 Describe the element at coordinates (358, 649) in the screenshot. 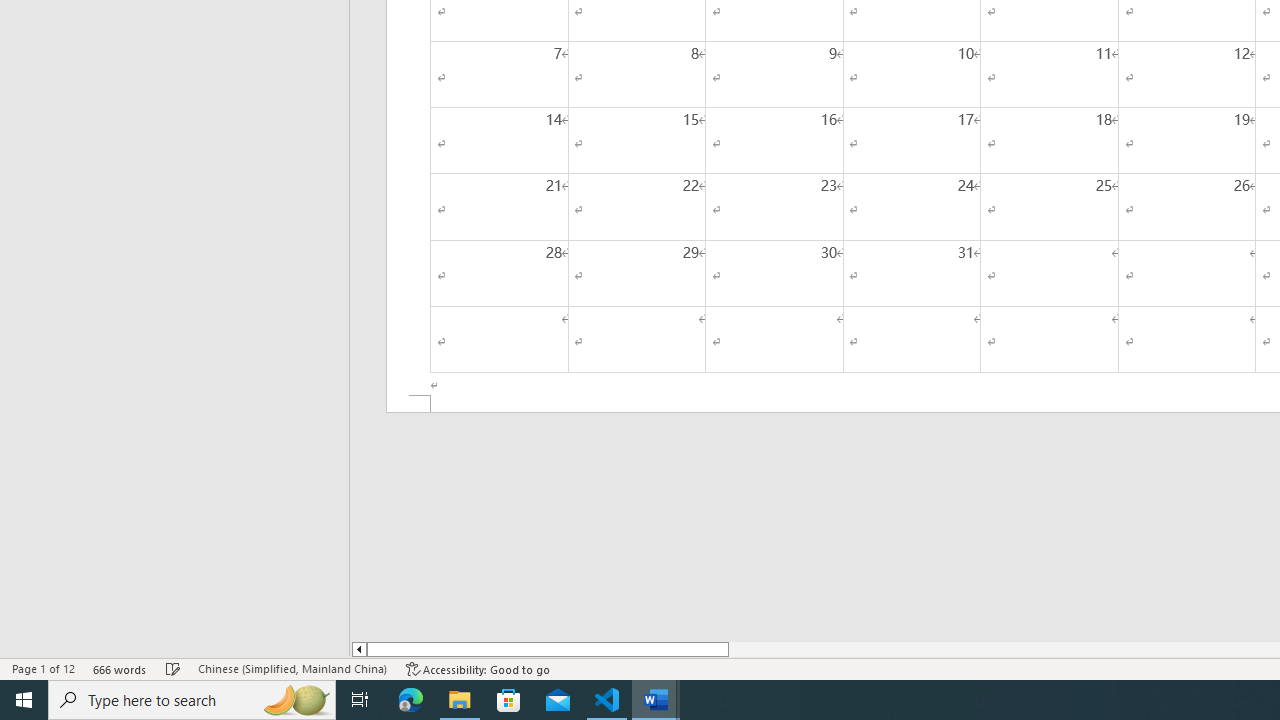

I see `'Column left'` at that location.